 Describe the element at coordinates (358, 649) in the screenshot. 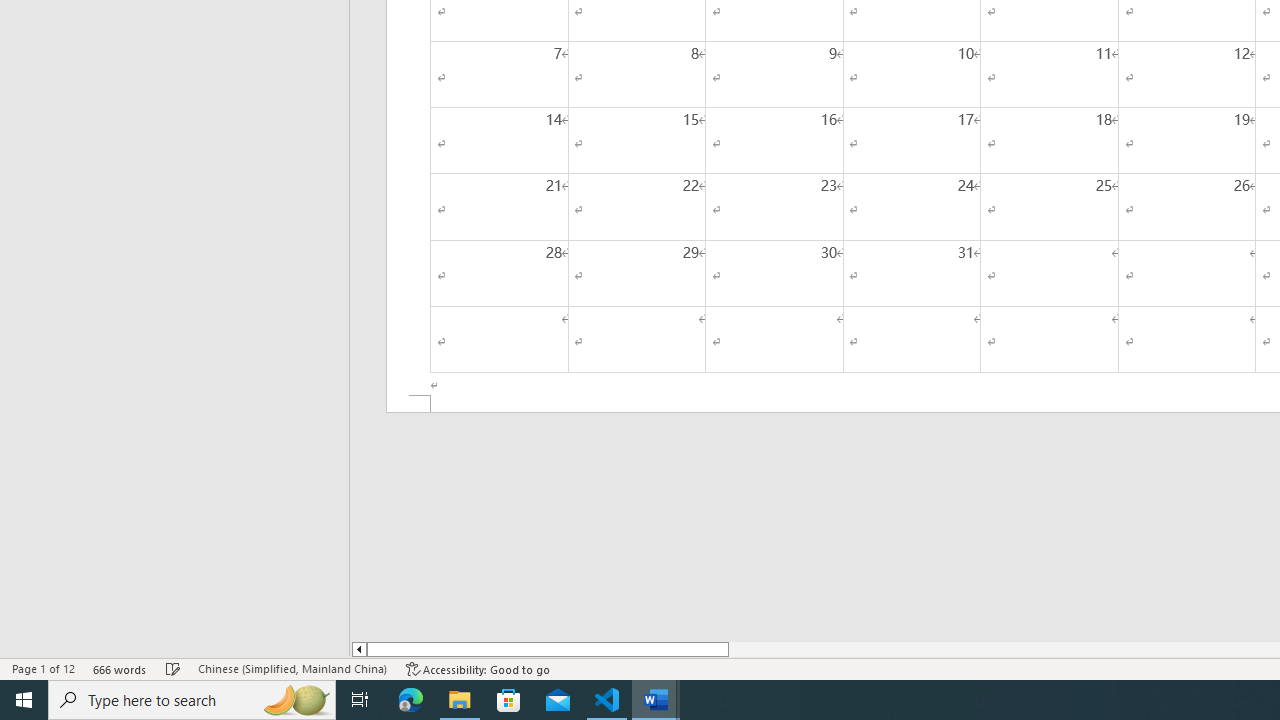

I see `'Column left'` at that location.